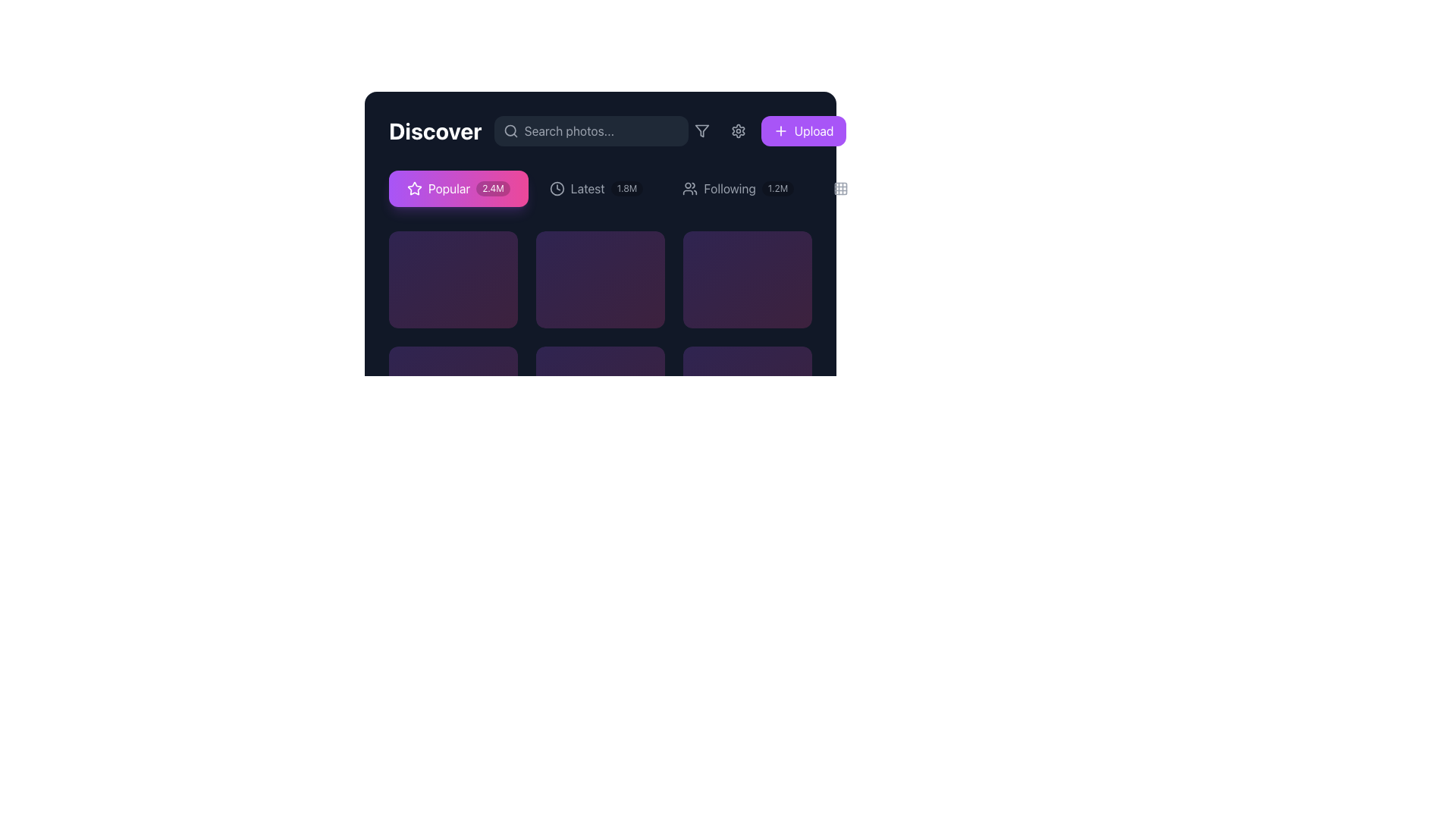  I want to click on within the search bar of the NavBar to type queries, so click(600, 130).